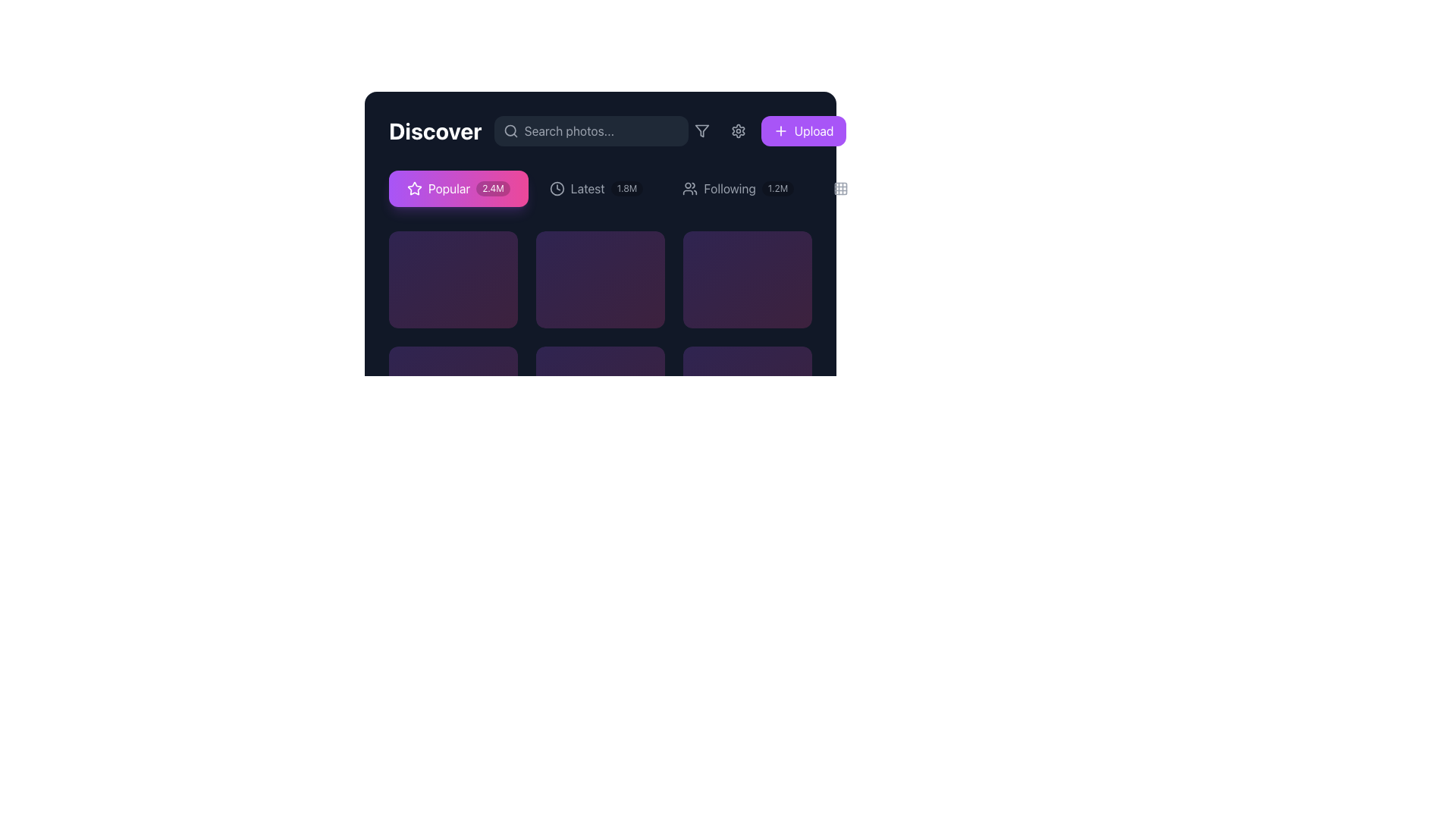  I want to click on within the search bar of the NavBar to type queries, so click(600, 130).